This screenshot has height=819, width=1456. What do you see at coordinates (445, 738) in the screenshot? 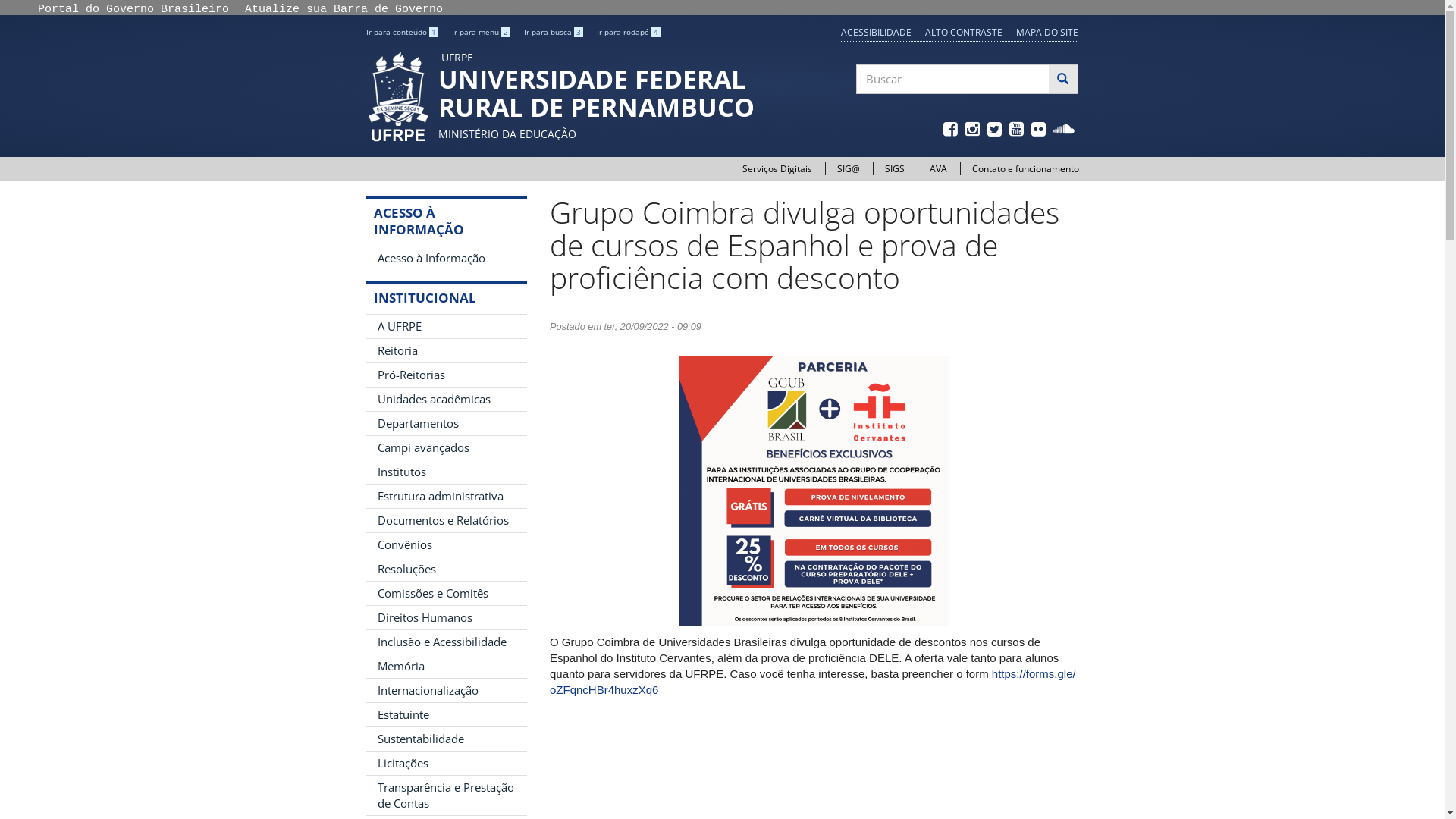
I see `'Sustentabilidade'` at bounding box center [445, 738].